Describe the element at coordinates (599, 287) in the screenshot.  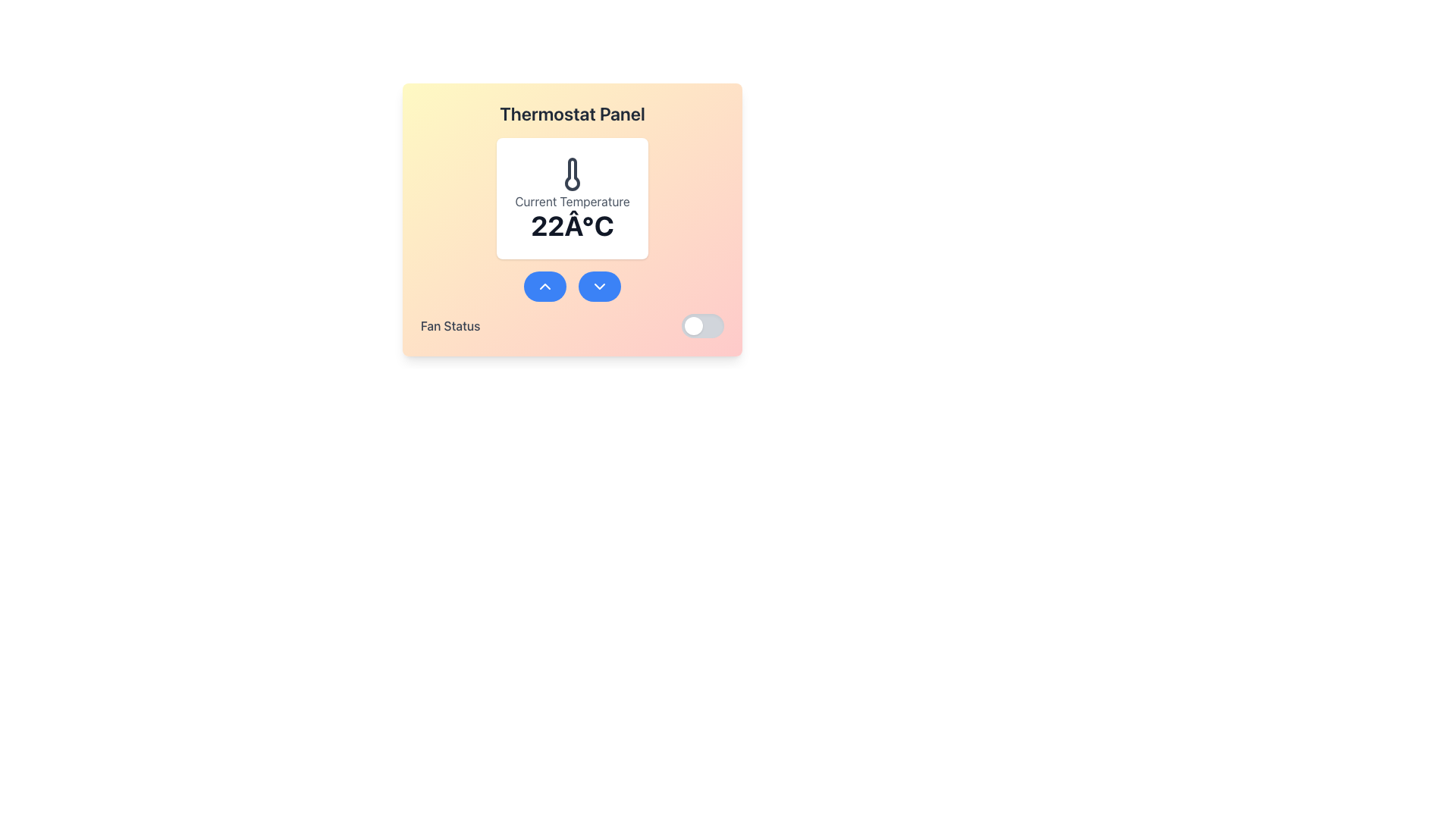
I see `the downward-pointing chevron arrow icon within the blue circular button at the bottom of the thermostat panel` at that location.